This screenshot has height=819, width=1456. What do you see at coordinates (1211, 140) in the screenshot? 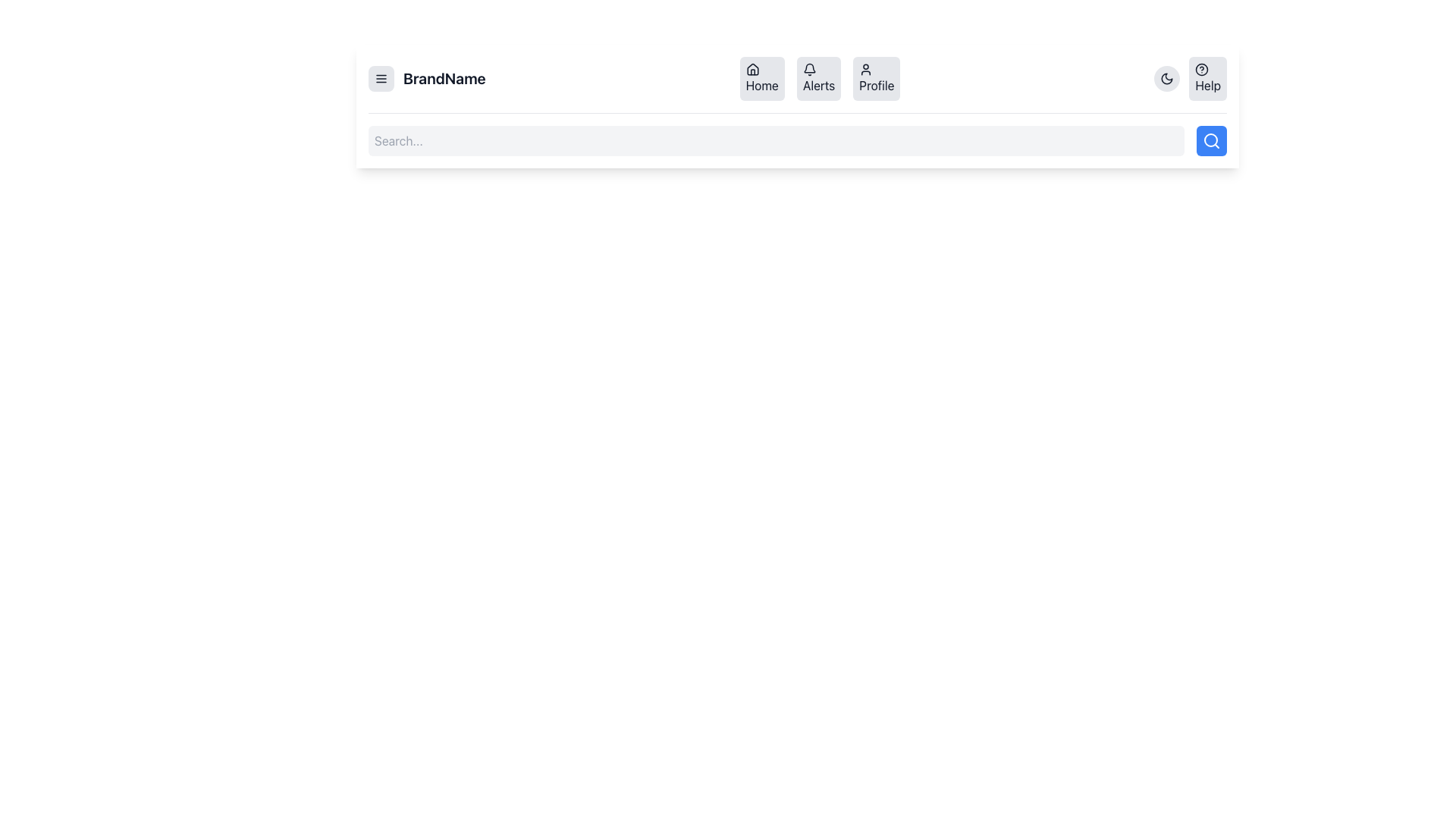
I see `the search icon embedded within the search button located at the far right of the navigation bar to initiate the search action` at bounding box center [1211, 140].